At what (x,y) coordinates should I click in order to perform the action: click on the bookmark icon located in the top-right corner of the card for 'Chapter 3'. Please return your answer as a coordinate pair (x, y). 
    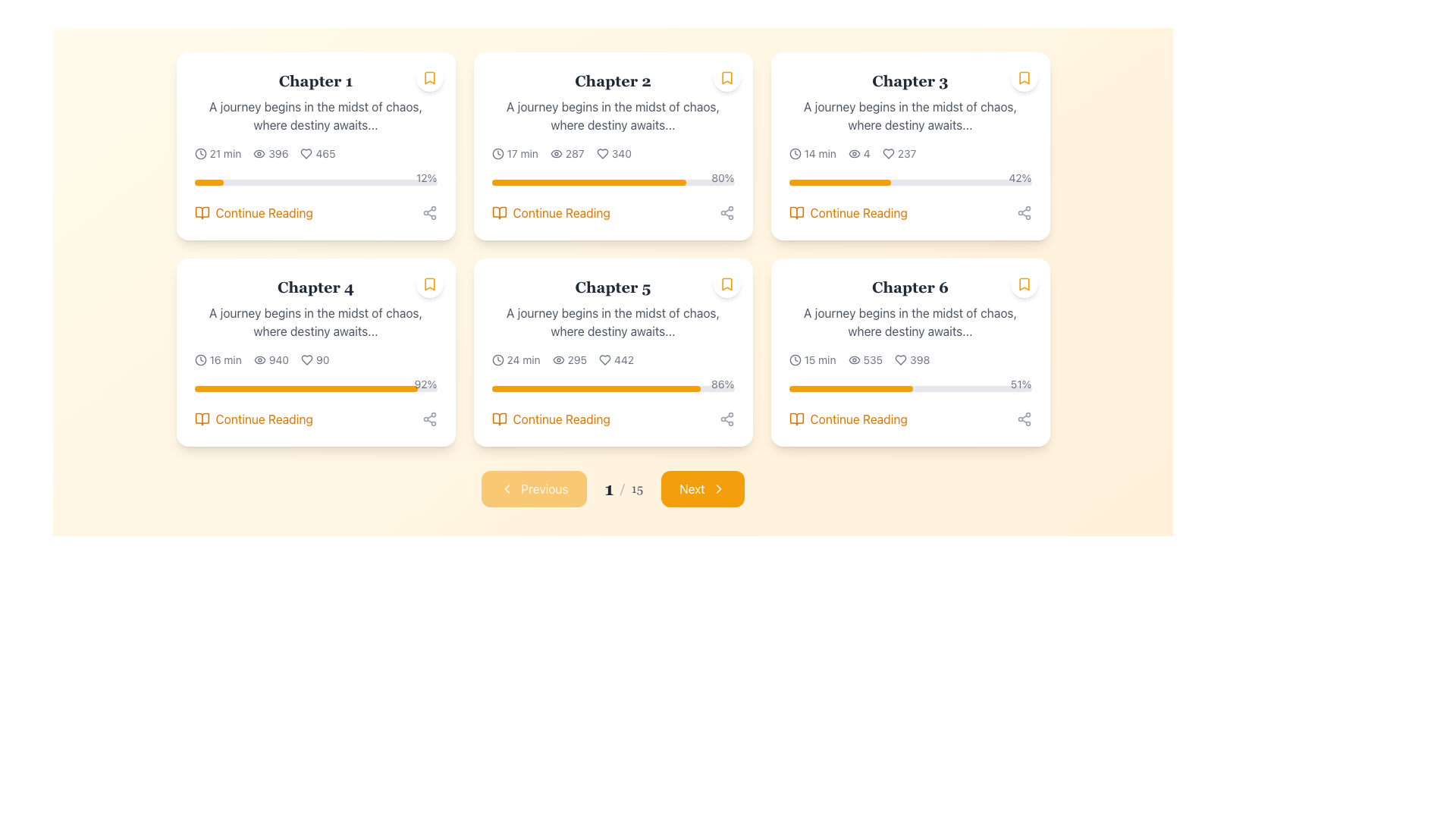
    Looking at the image, I should click on (1024, 78).